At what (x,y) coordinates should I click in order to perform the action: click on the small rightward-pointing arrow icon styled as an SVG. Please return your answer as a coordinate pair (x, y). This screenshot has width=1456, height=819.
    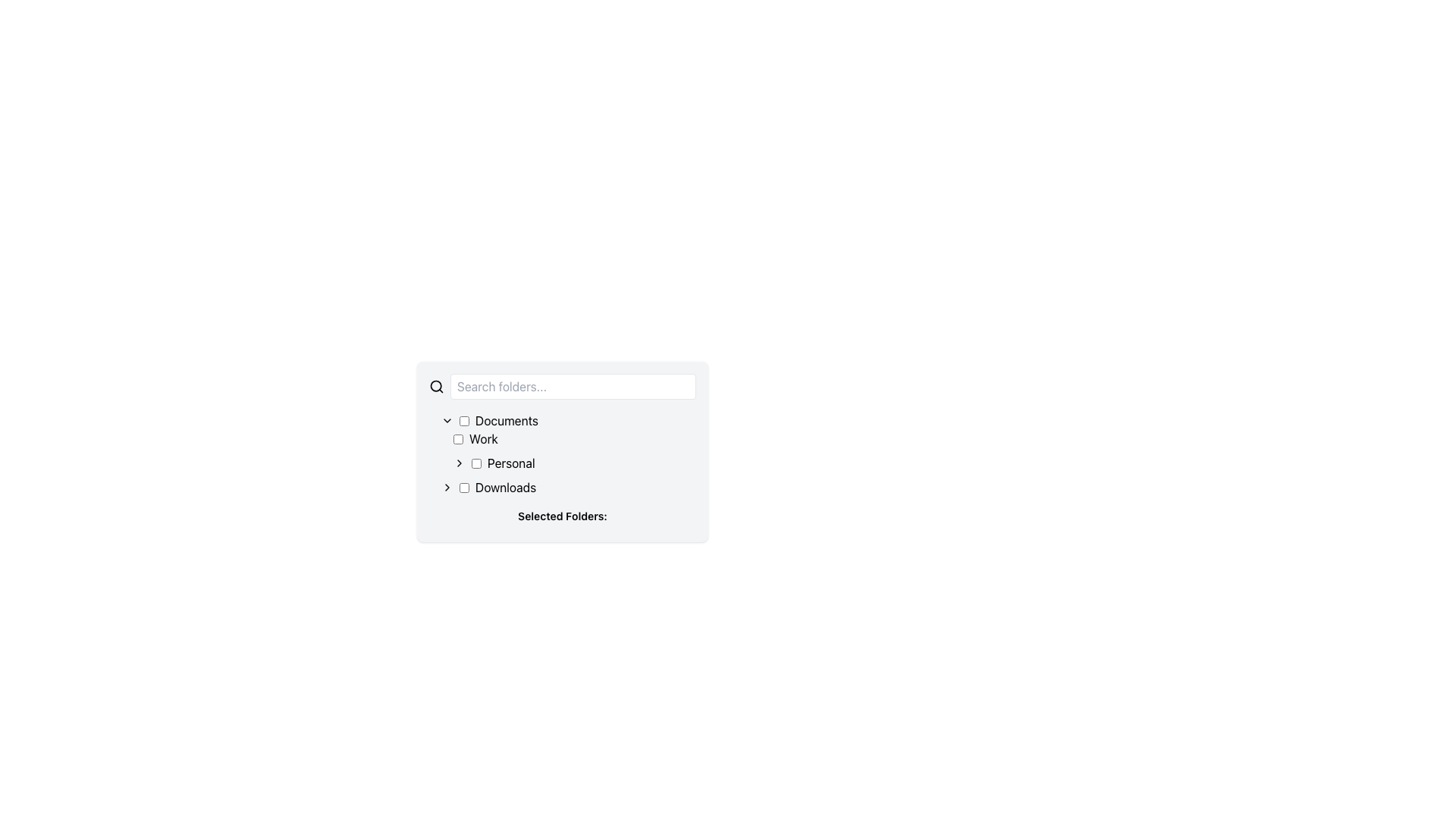
    Looking at the image, I should click on (458, 462).